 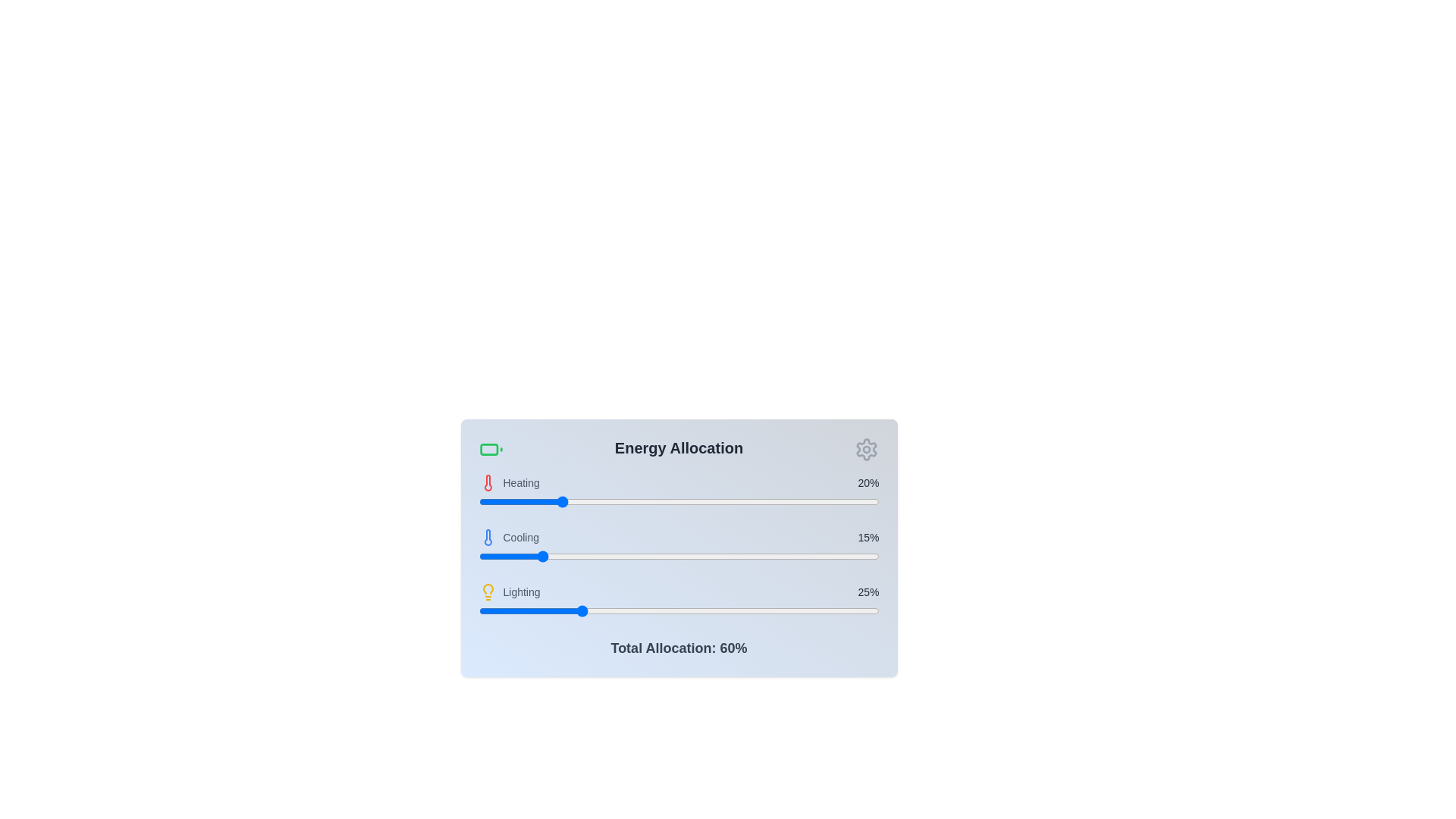 What do you see at coordinates (607, 556) in the screenshot?
I see `the cooling allocation slider to 32%` at bounding box center [607, 556].